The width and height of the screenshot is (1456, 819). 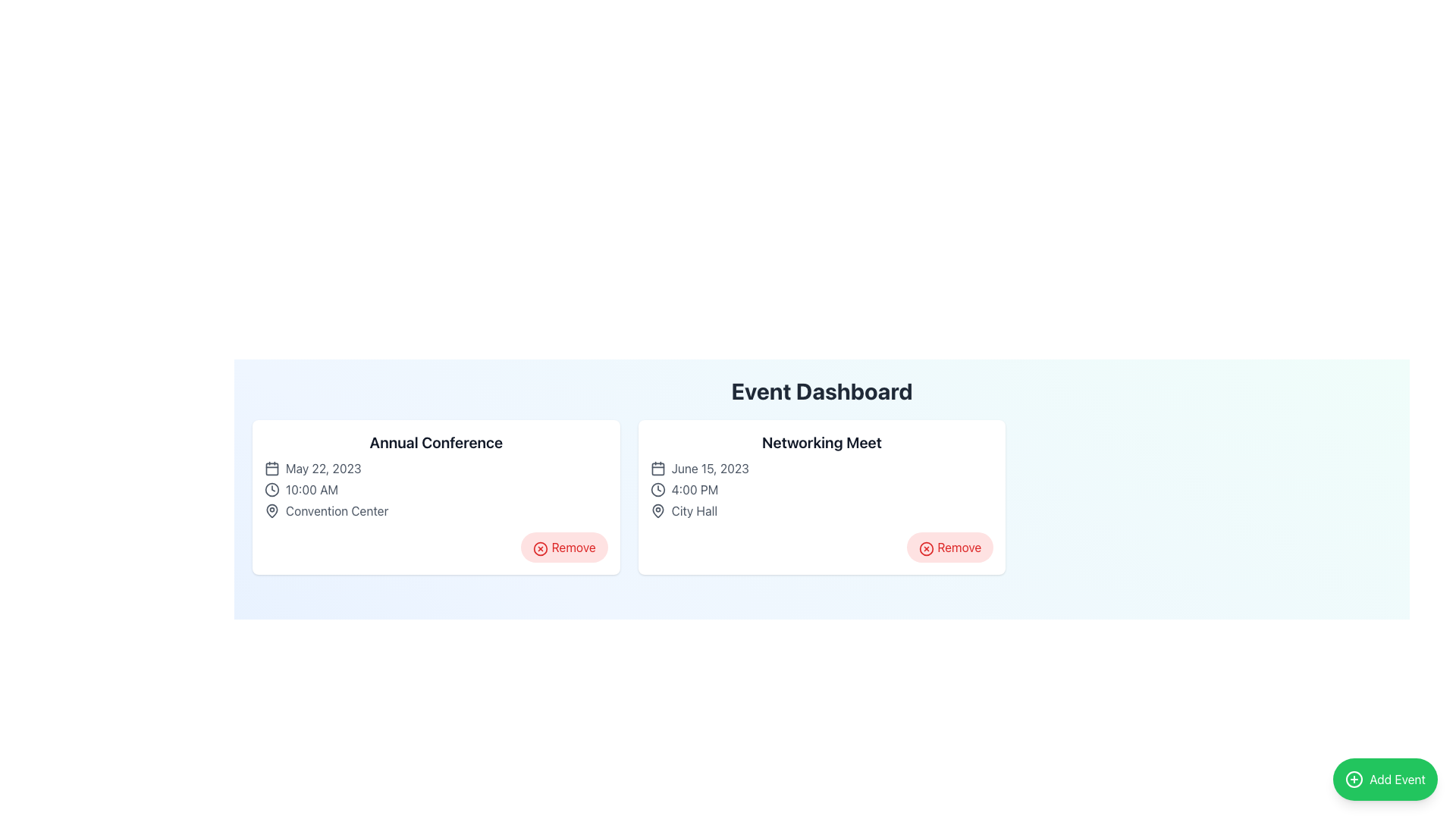 What do you see at coordinates (541, 548) in the screenshot?
I see `the 'Remove' button located at the bottom-right corner of the 'Annual Conference' card` at bounding box center [541, 548].